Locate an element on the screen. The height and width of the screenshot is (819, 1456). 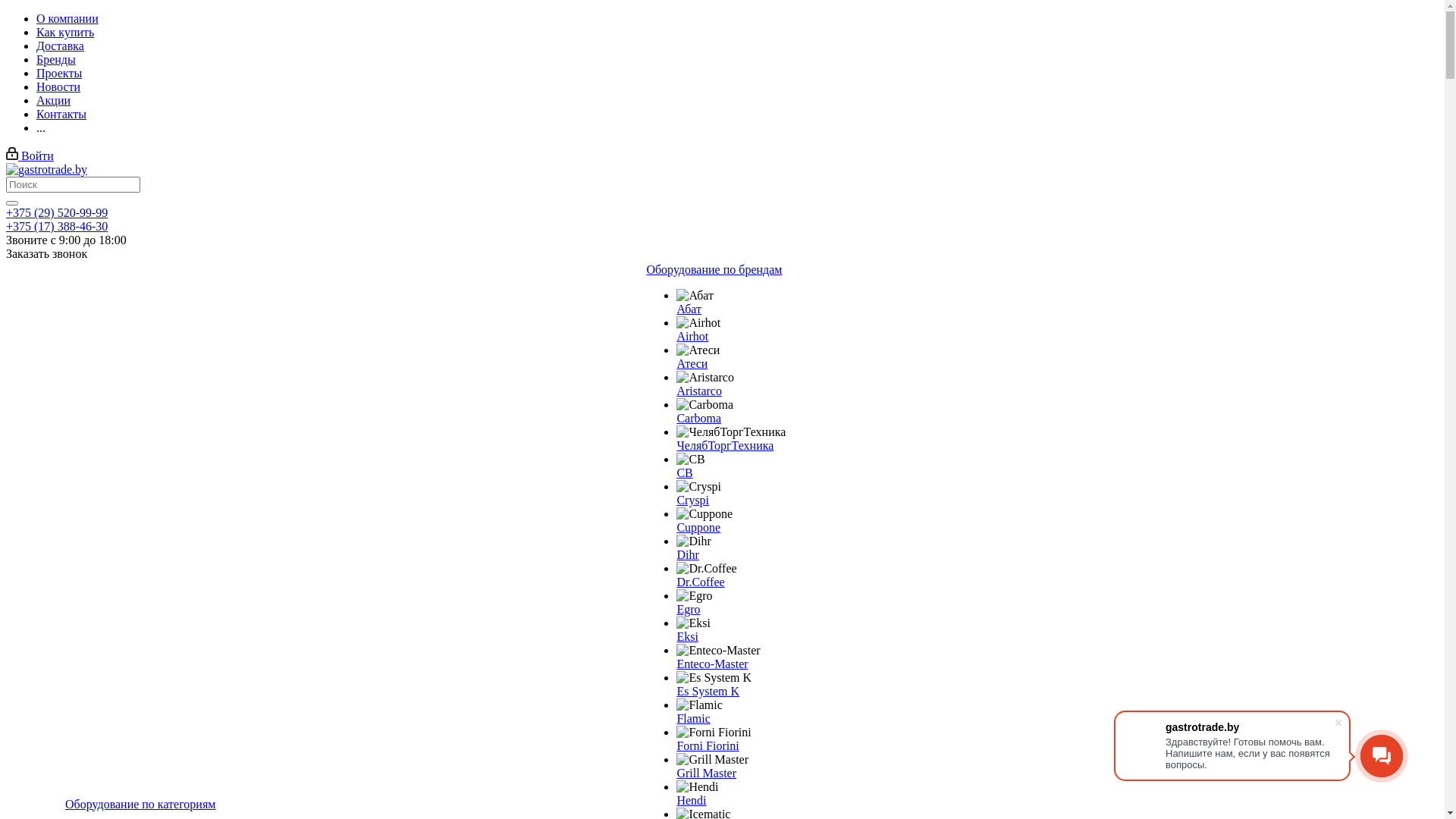
'Dr.Coffee' is located at coordinates (705, 568).